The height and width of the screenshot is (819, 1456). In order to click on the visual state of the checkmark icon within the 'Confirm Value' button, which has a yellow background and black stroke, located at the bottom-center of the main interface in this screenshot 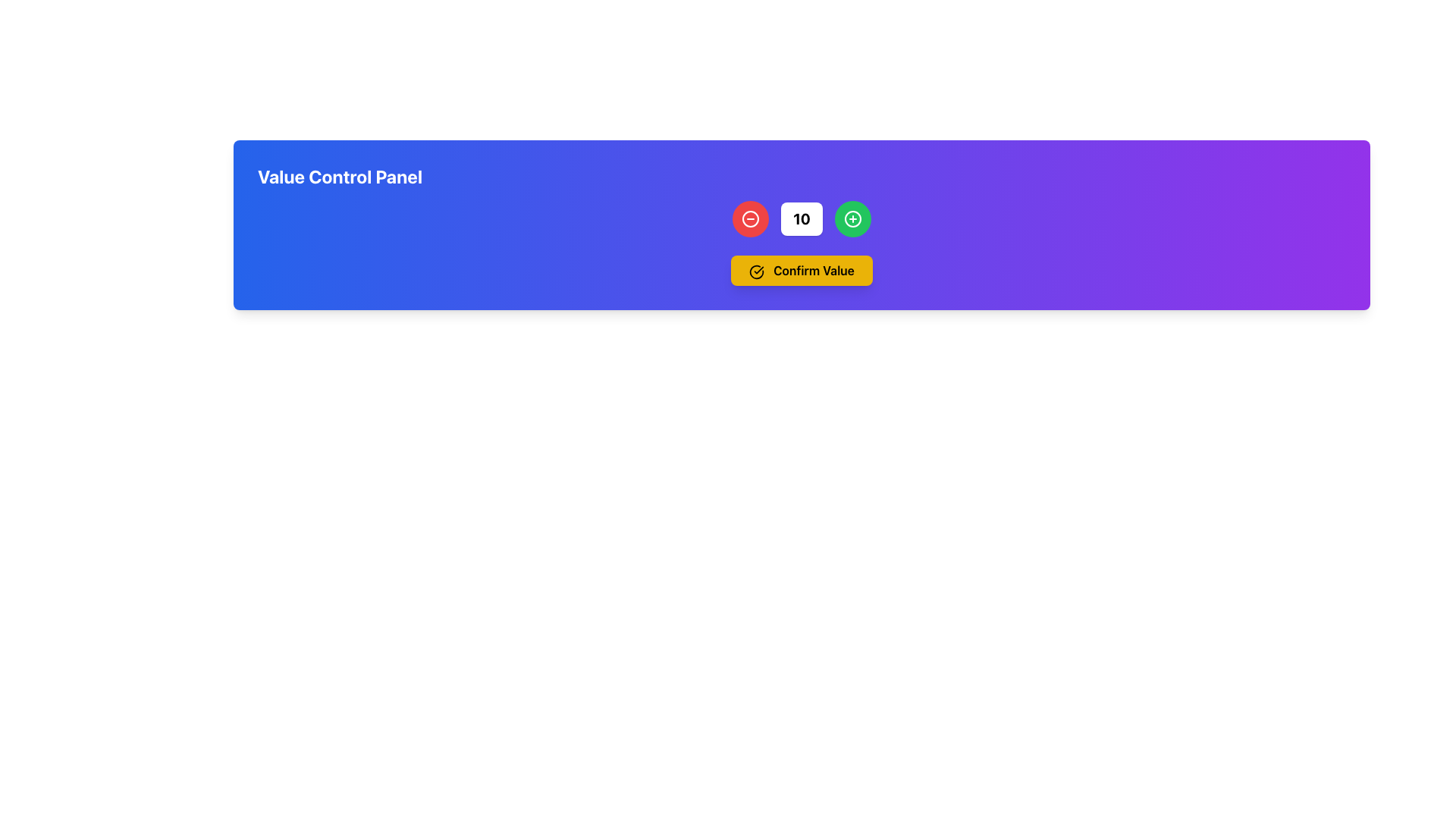, I will do `click(757, 271)`.